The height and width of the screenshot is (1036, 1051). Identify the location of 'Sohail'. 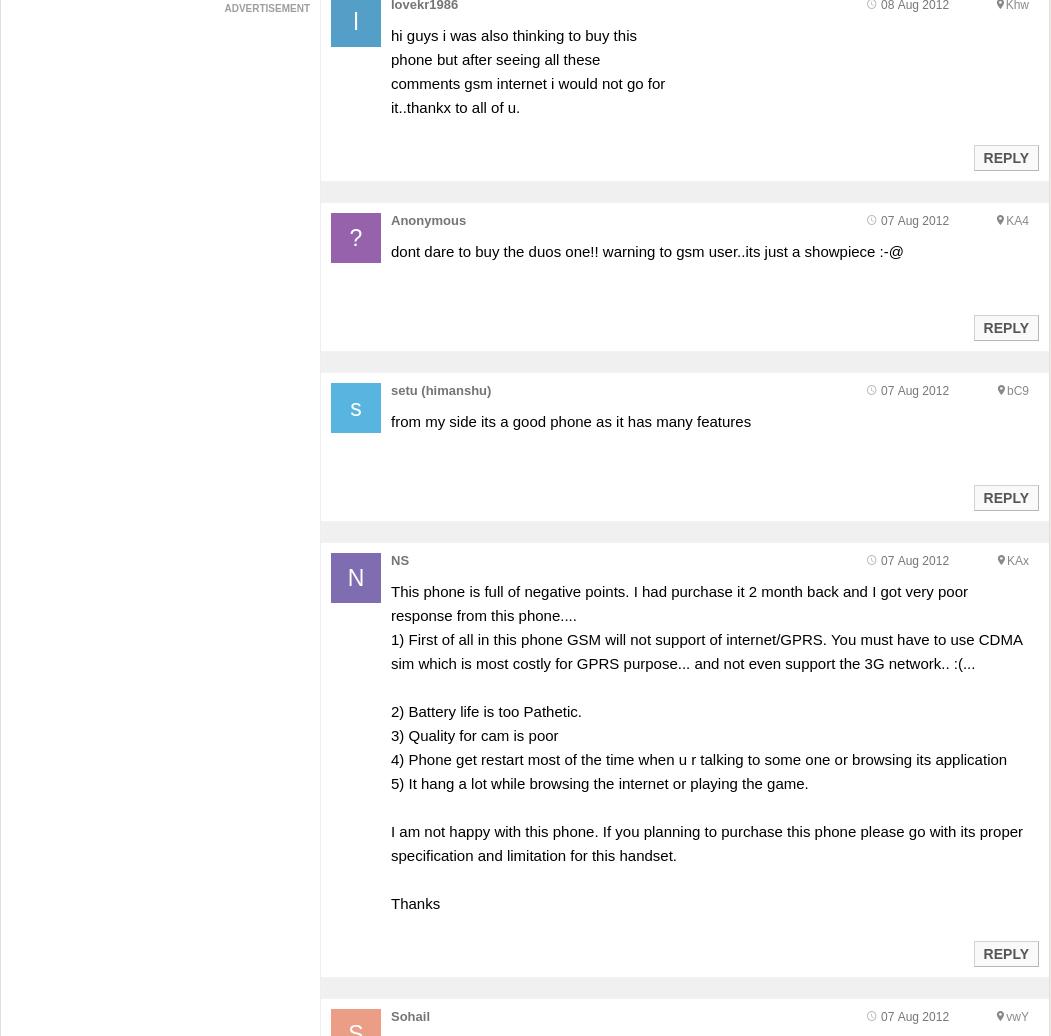
(410, 1016).